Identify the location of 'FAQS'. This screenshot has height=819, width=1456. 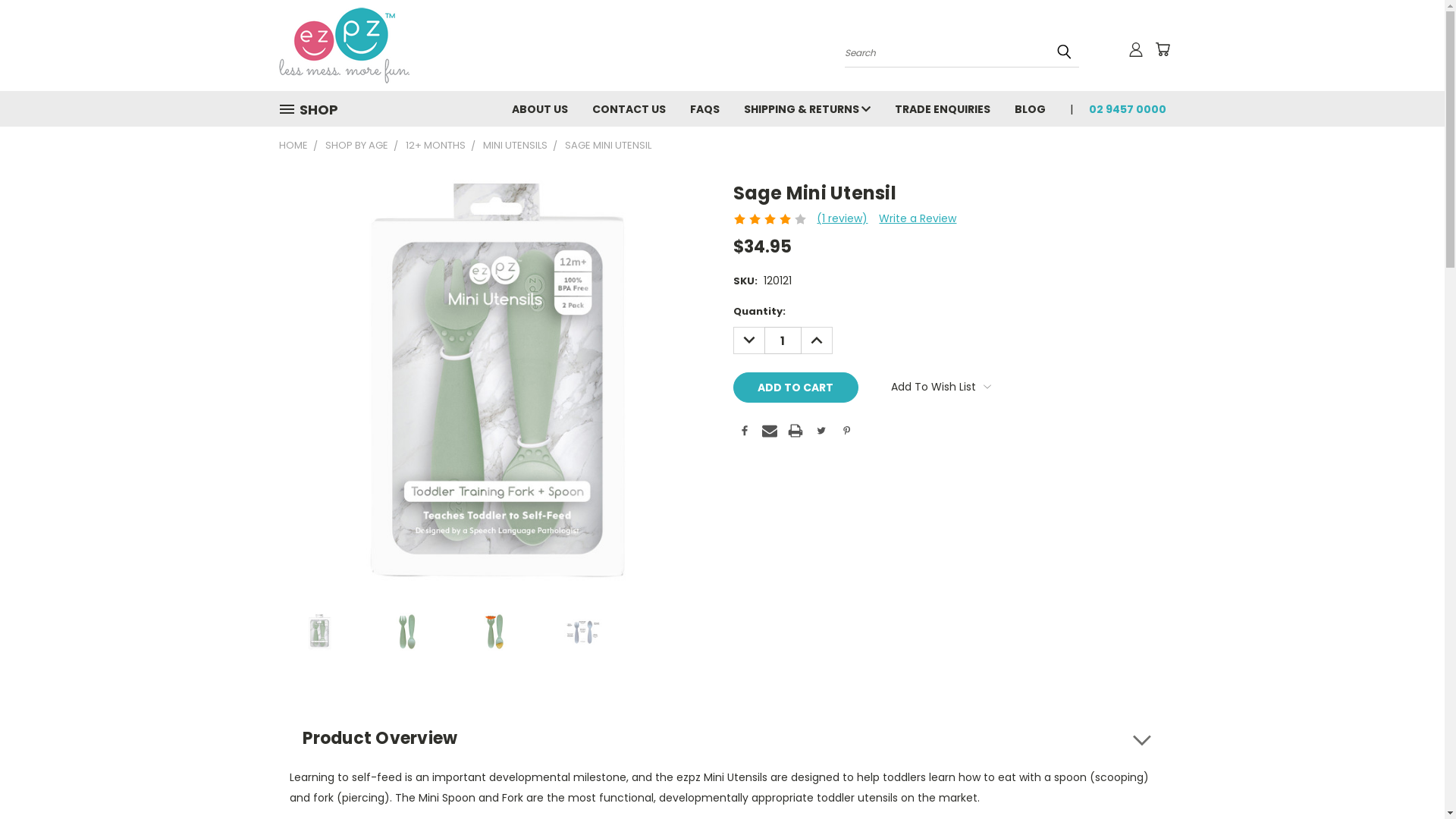
(704, 107).